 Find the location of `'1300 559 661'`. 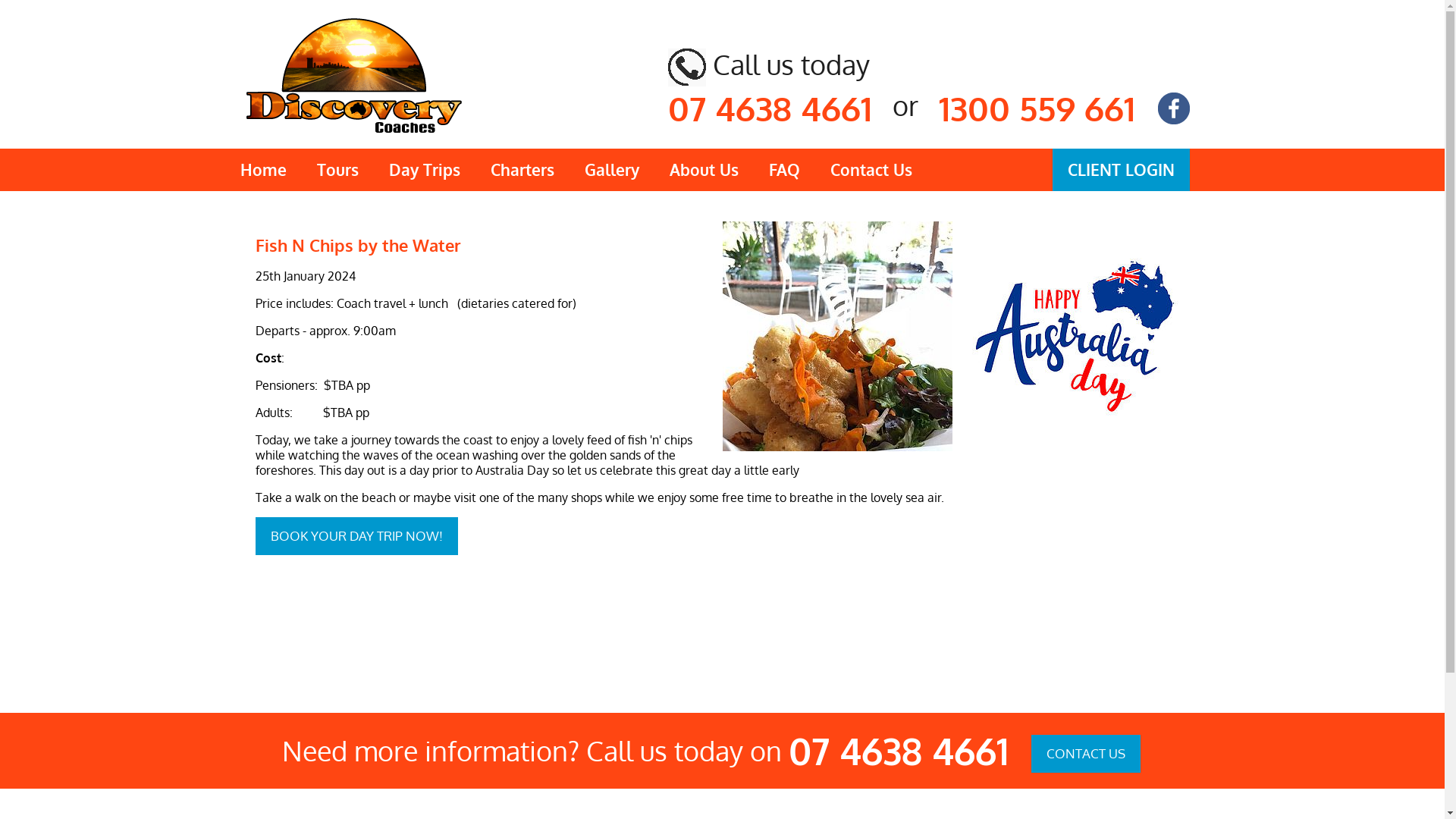

'1300 559 661' is located at coordinates (938, 107).